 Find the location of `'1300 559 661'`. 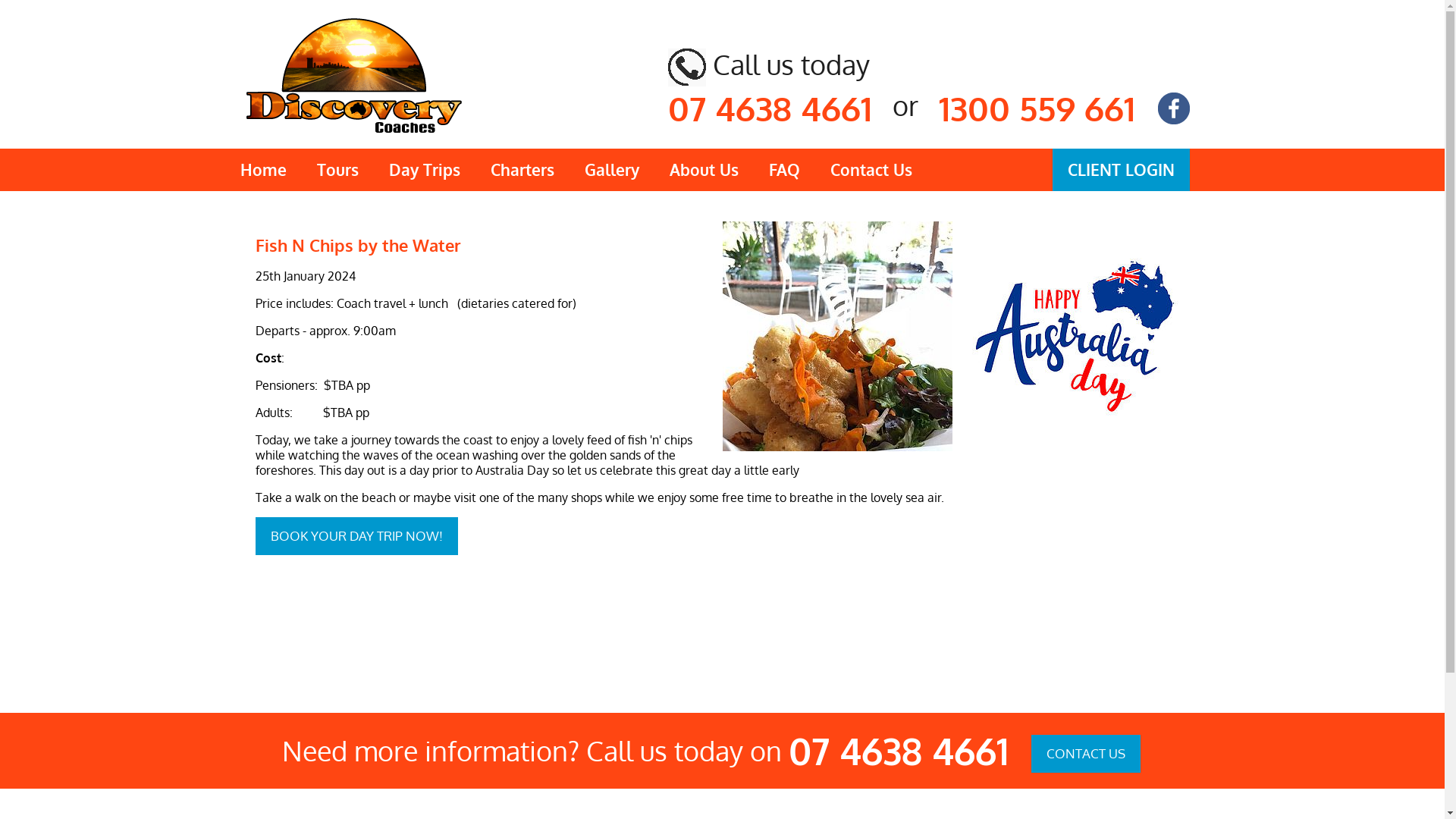

'1300 559 661' is located at coordinates (938, 107).